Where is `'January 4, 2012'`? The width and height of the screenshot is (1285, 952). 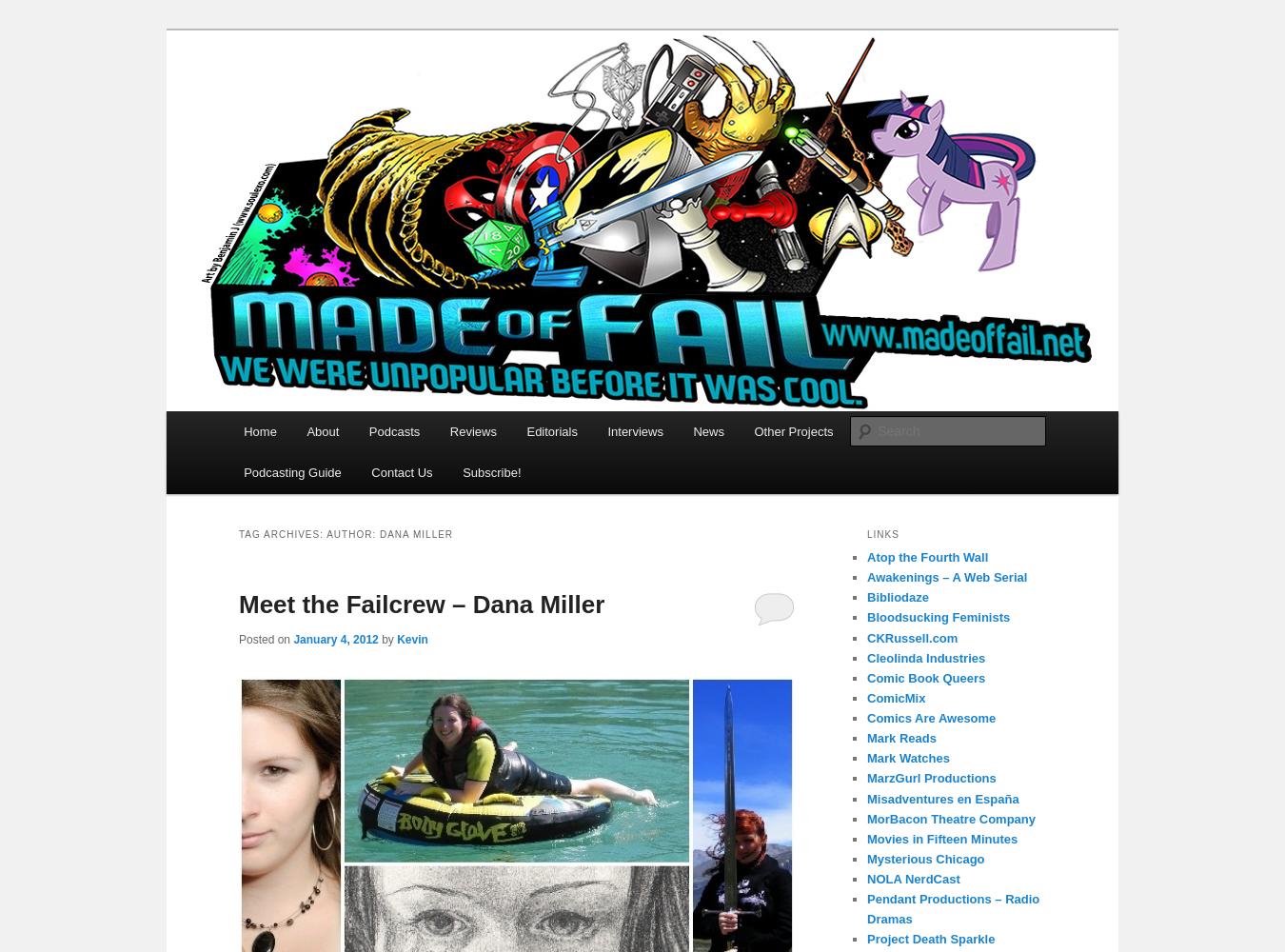 'January 4, 2012' is located at coordinates (291, 639).